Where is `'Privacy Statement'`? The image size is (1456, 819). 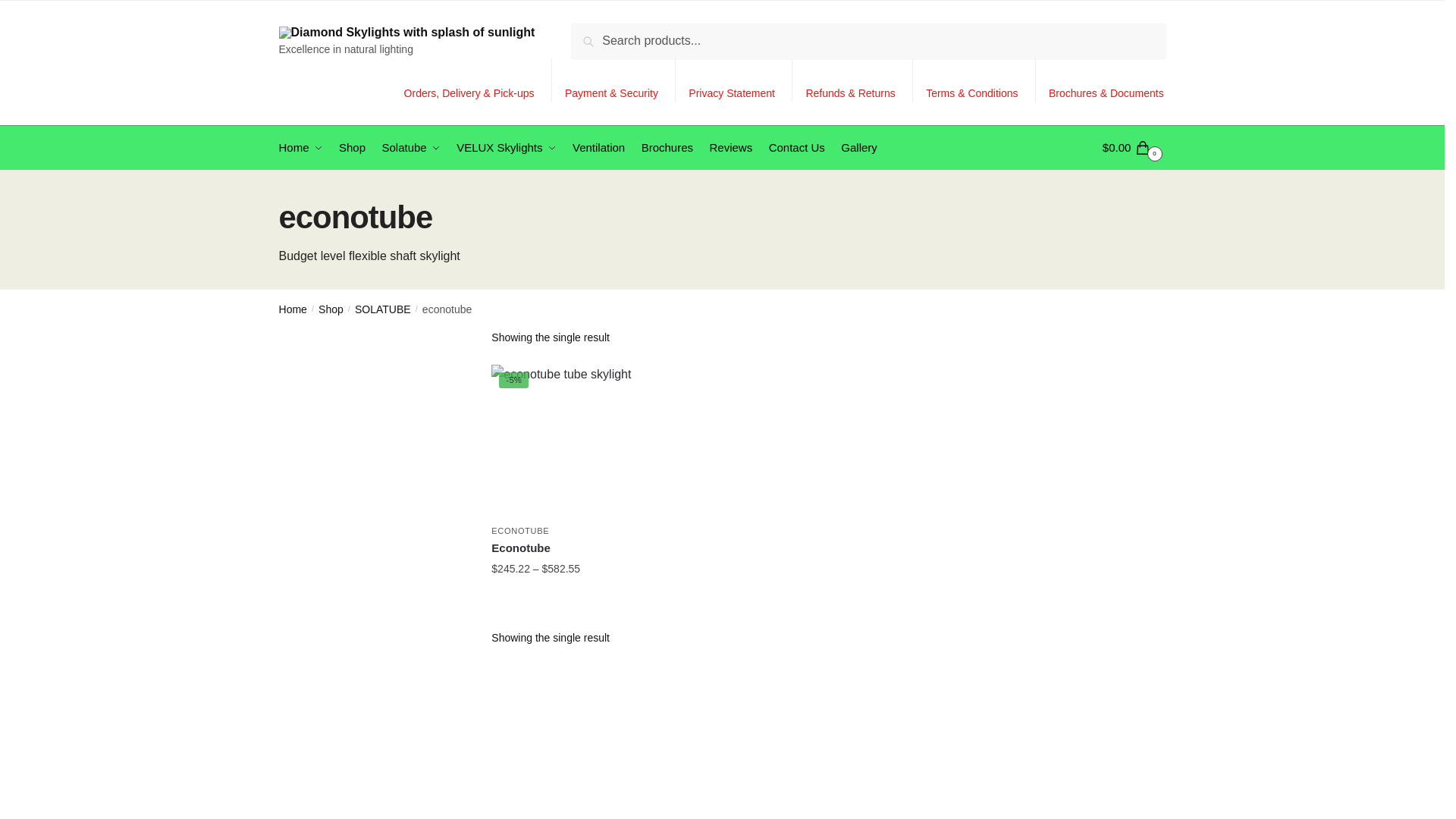 'Privacy Statement' is located at coordinates (731, 80).